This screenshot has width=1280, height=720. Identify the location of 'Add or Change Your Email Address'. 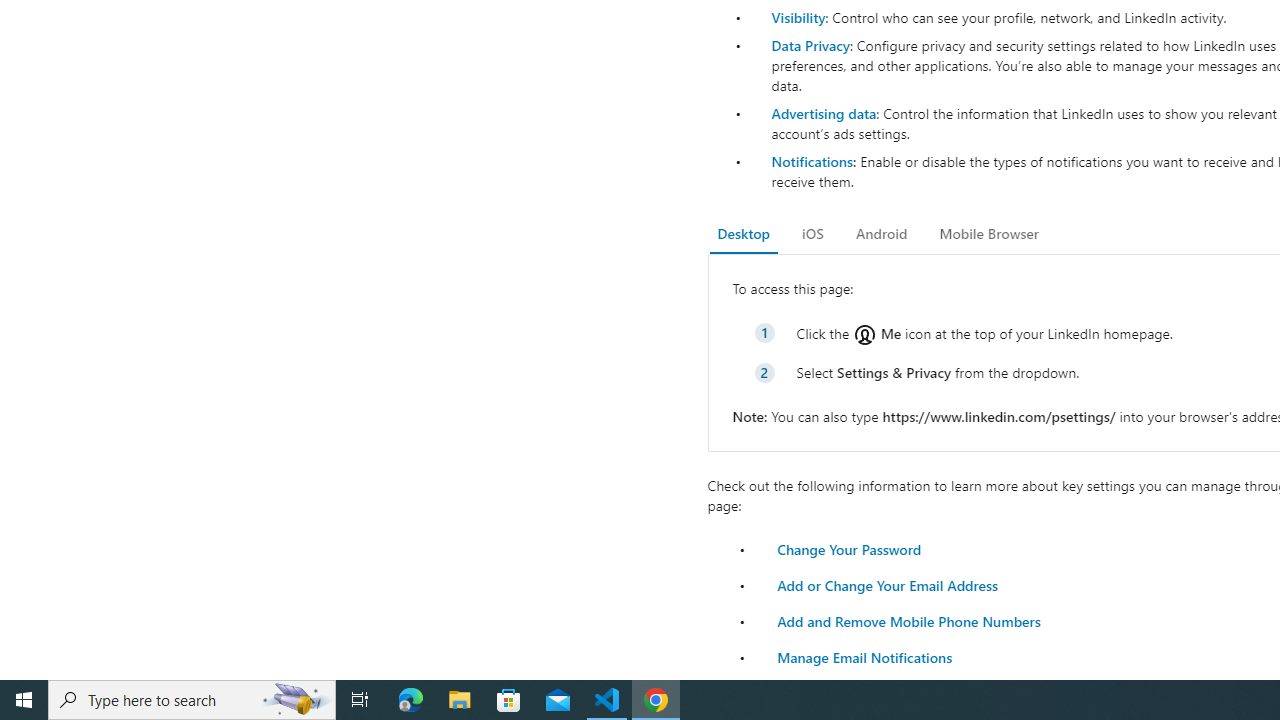
(886, 585).